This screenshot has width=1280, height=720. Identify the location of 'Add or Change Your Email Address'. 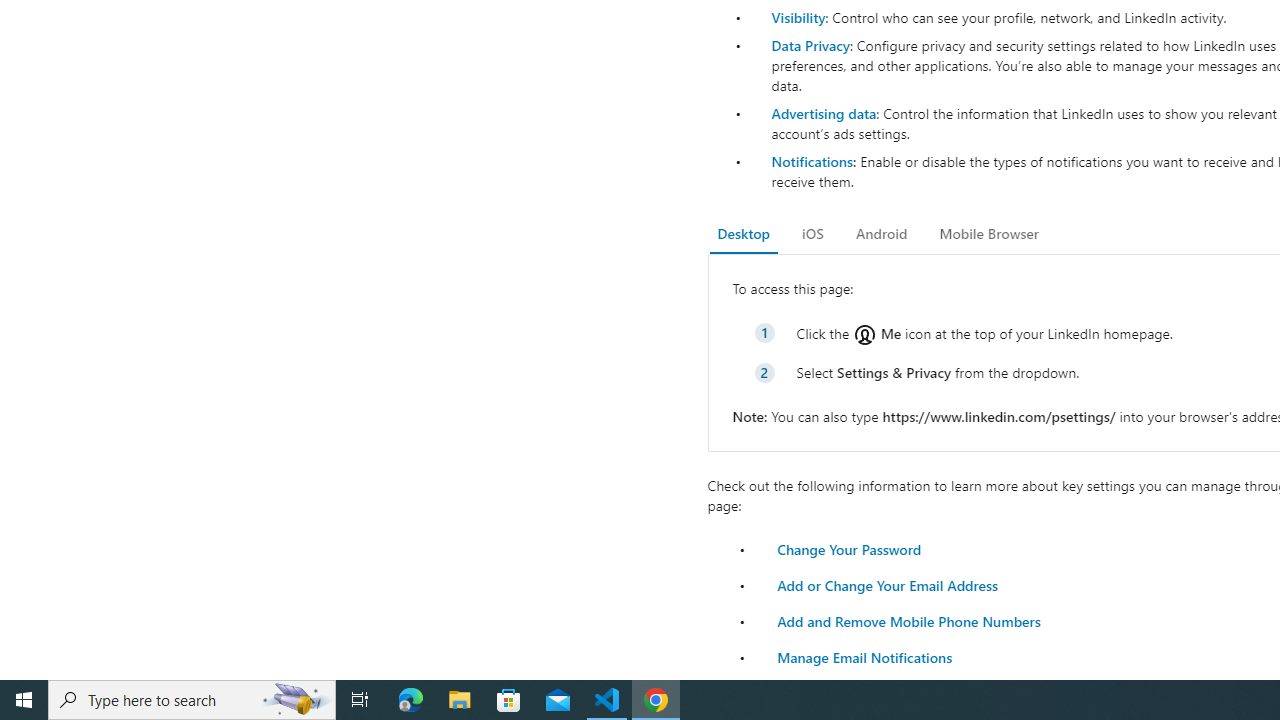
(886, 585).